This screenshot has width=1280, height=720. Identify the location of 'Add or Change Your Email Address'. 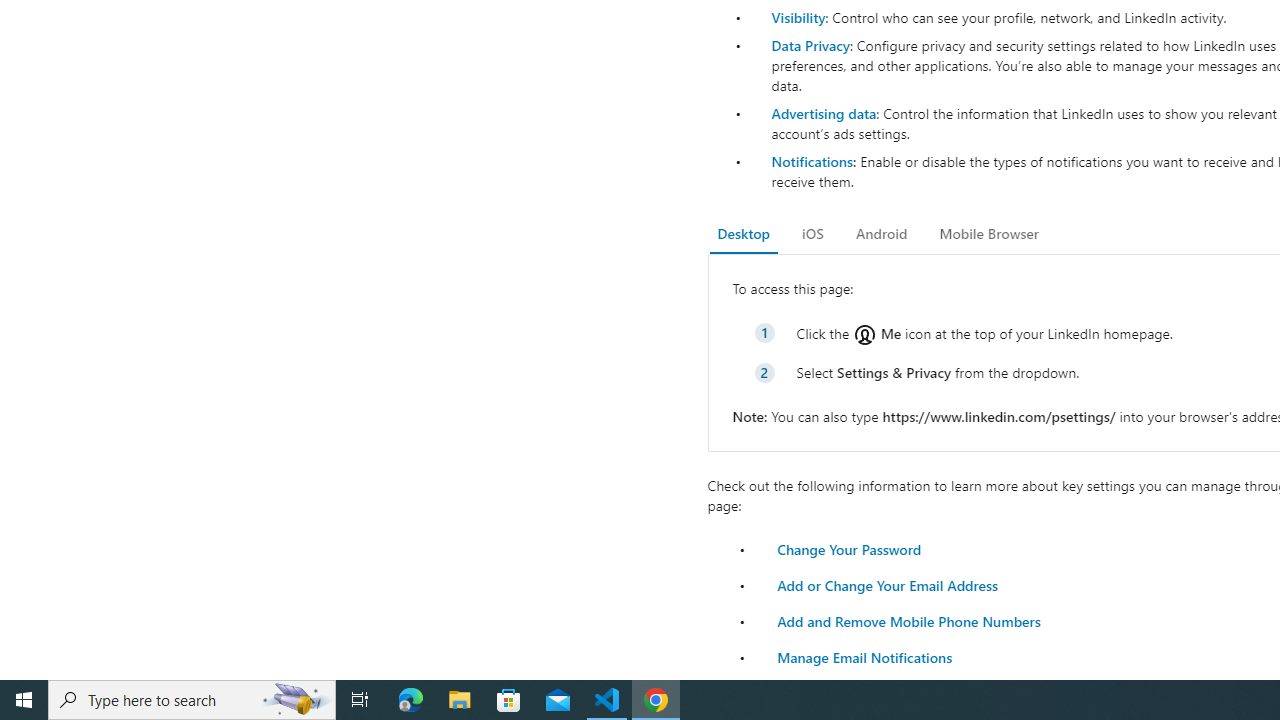
(886, 585).